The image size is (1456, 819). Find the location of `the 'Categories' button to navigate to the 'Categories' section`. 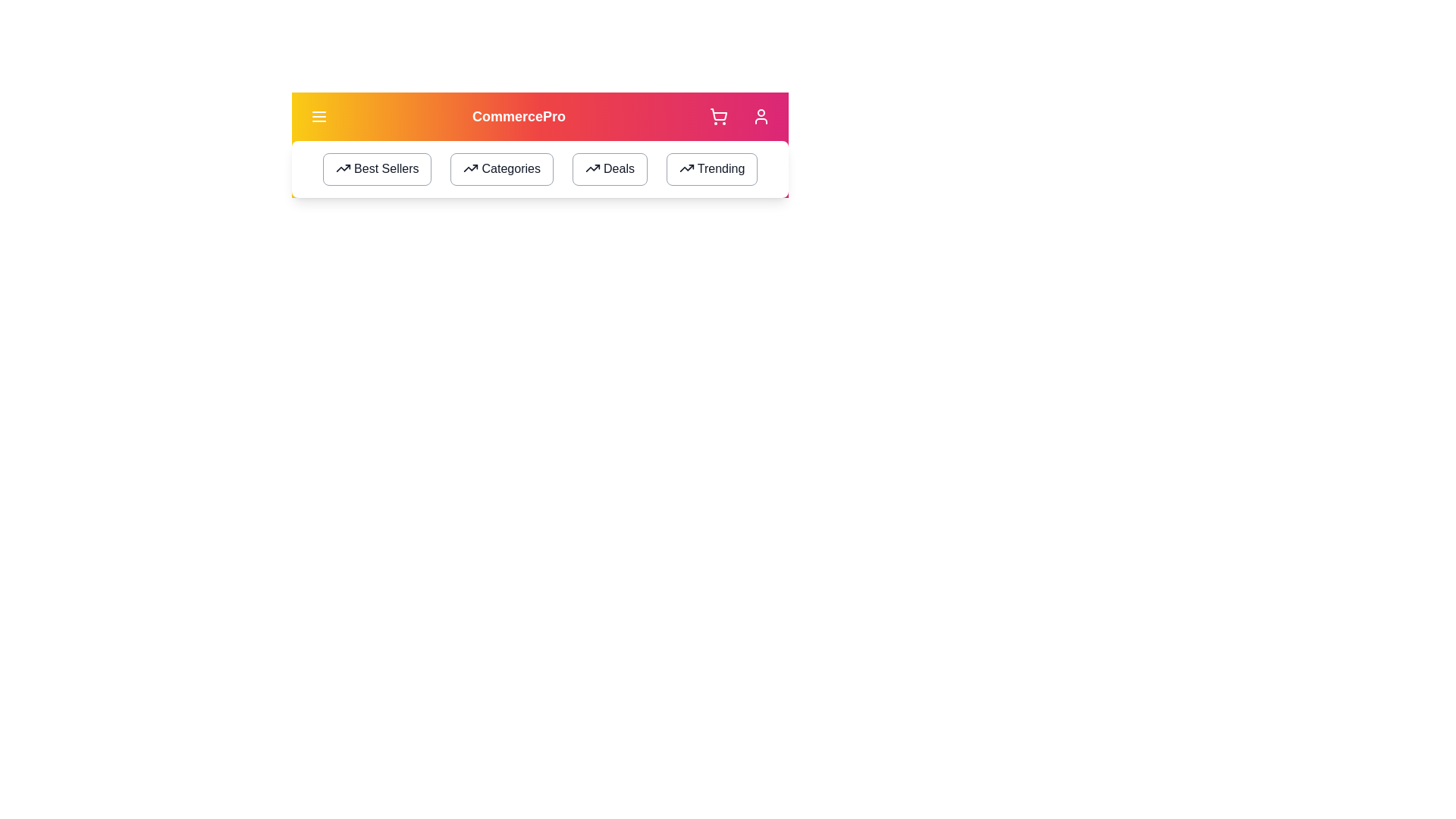

the 'Categories' button to navigate to the 'Categories' section is located at coordinates (502, 169).